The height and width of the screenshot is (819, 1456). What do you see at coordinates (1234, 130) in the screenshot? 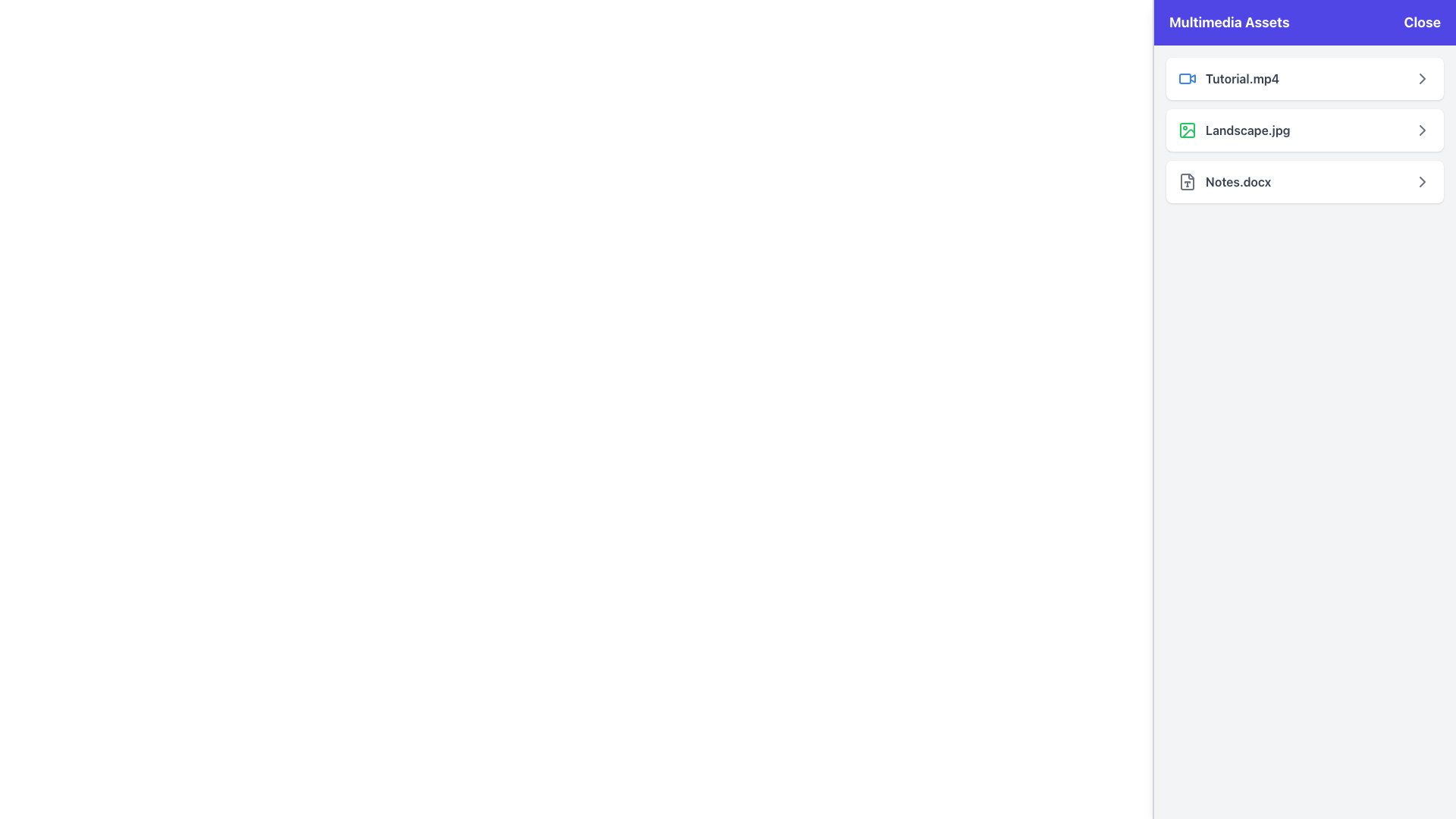
I see `the clickable list item representing the file 'Landscape.jpg'` at bounding box center [1234, 130].